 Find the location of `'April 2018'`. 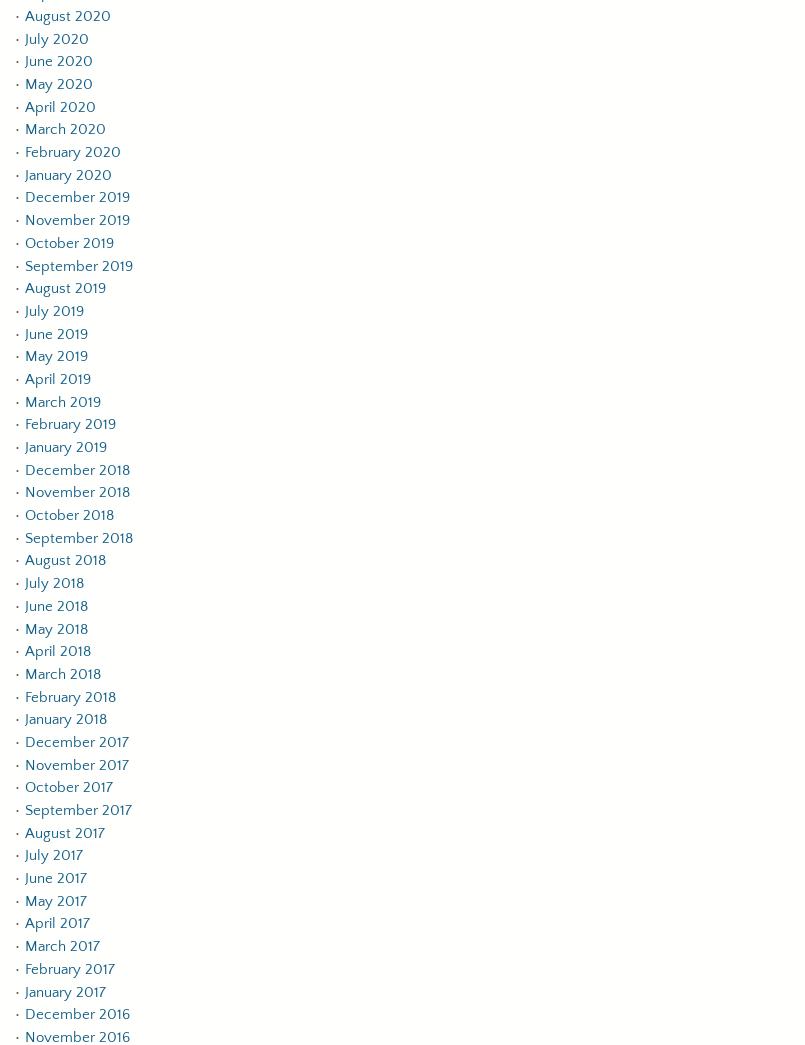

'April 2018' is located at coordinates (57, 651).